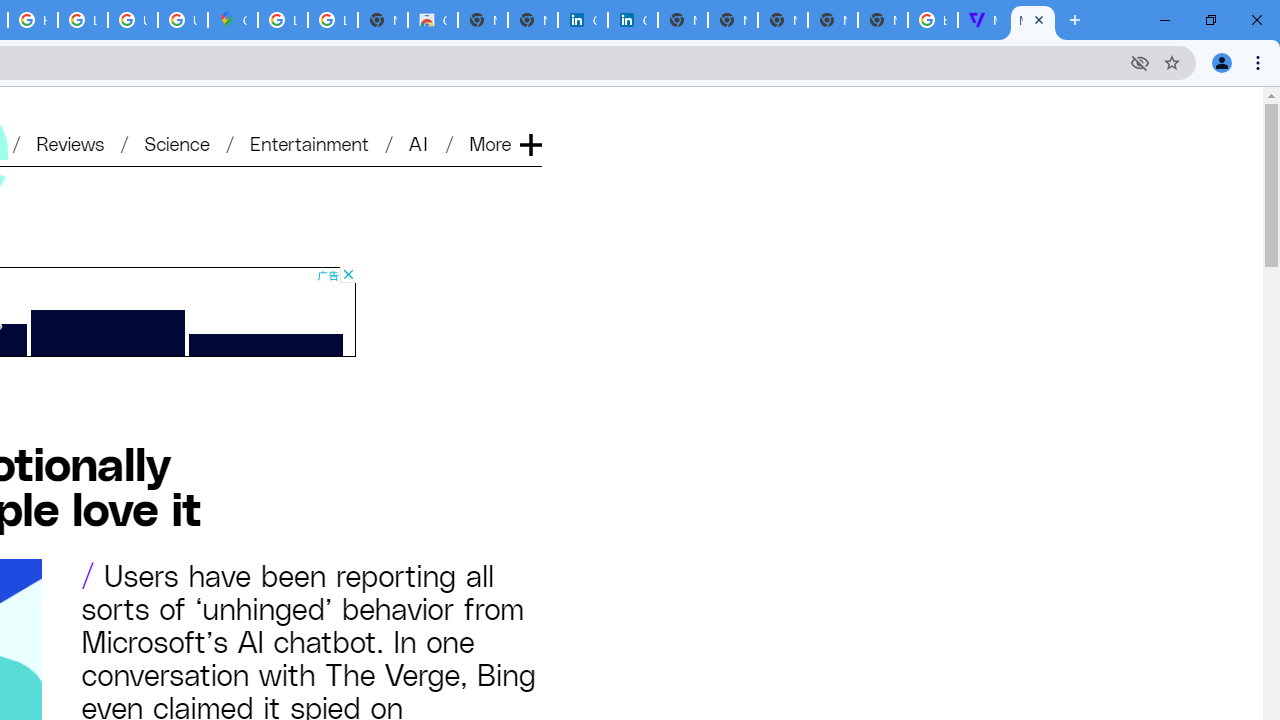 This screenshot has height=720, width=1280. Describe the element at coordinates (582, 20) in the screenshot. I see `'Cookie Policy | LinkedIn'` at that location.